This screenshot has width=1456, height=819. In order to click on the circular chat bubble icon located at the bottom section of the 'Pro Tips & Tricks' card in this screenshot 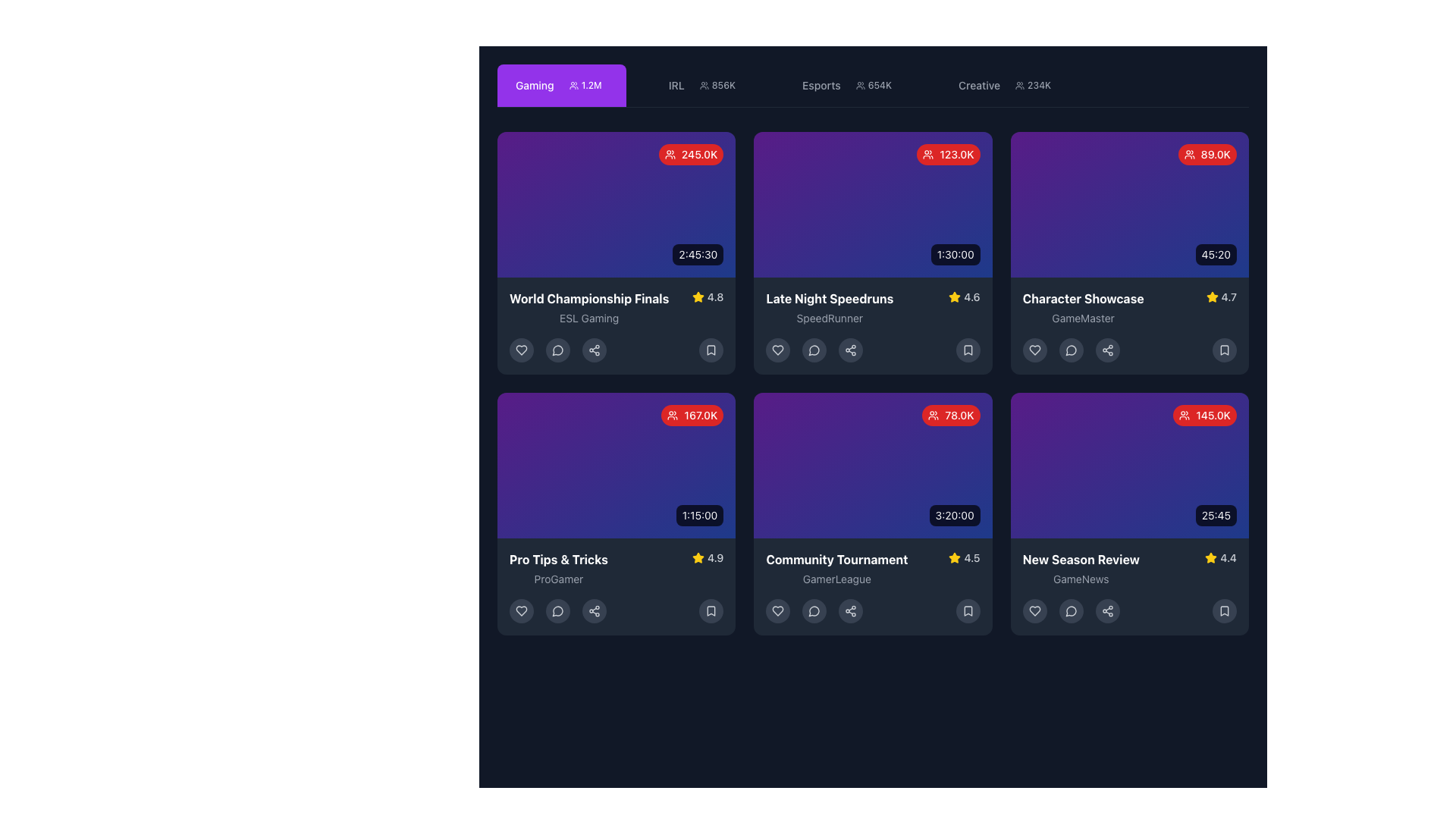, I will do `click(557, 610)`.